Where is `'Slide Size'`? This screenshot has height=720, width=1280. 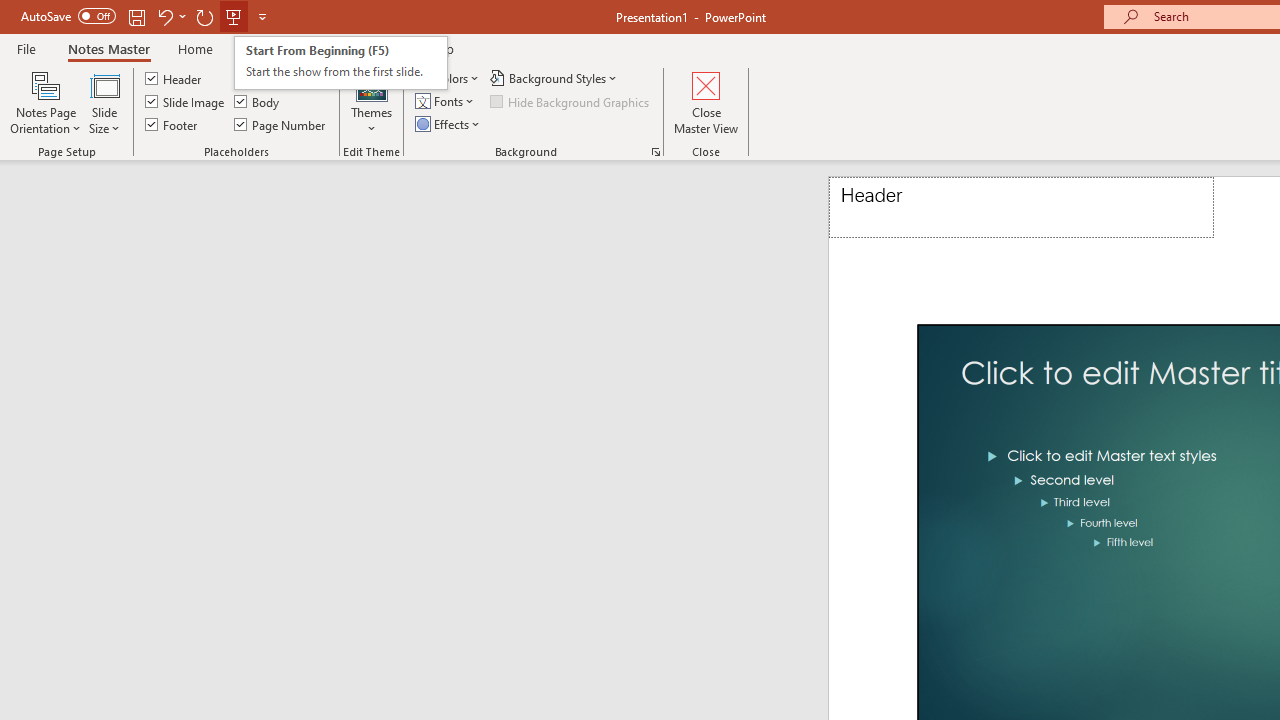 'Slide Size' is located at coordinates (103, 103).